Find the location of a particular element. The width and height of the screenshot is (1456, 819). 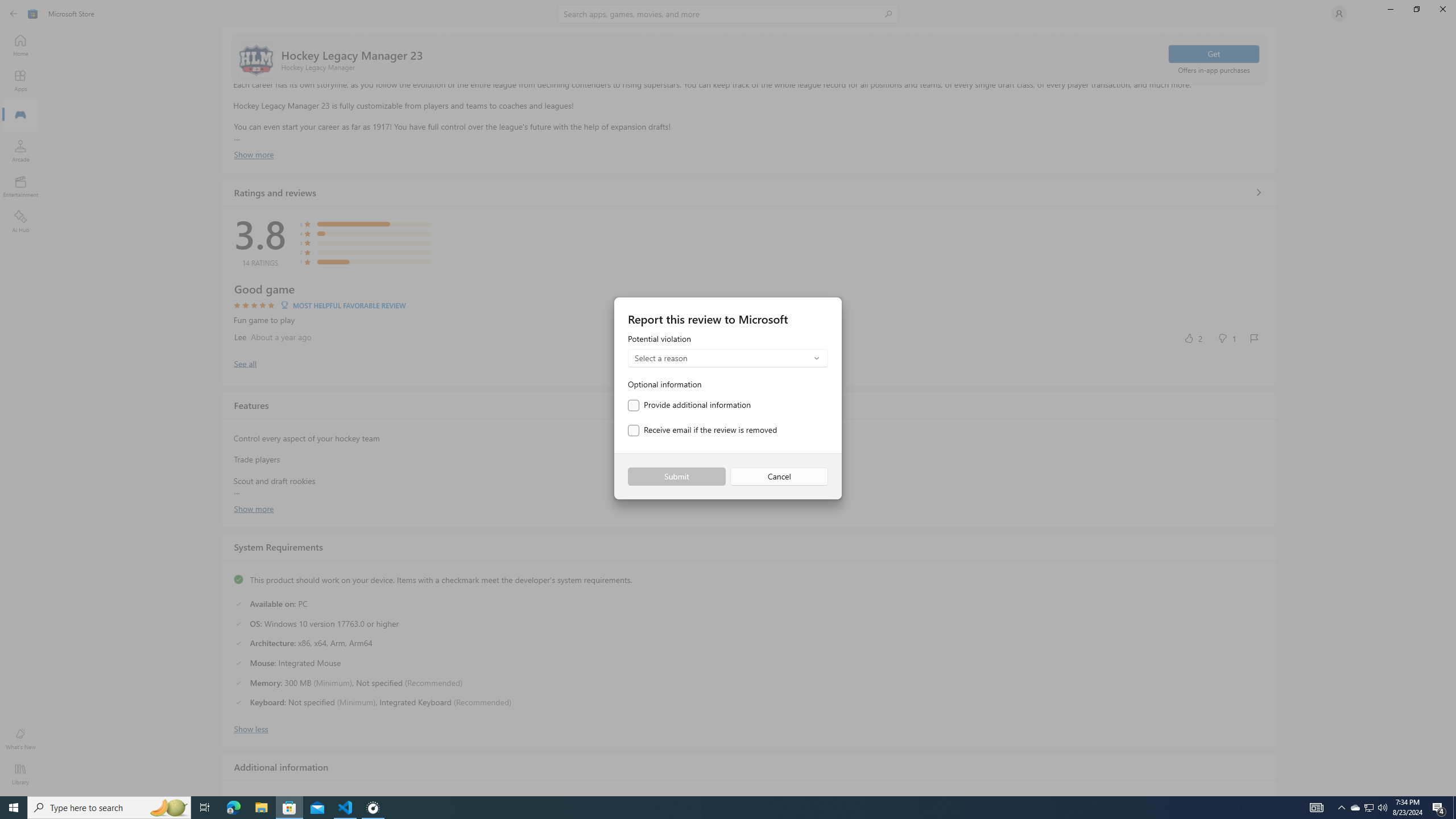

'Cancel' is located at coordinates (779, 477).